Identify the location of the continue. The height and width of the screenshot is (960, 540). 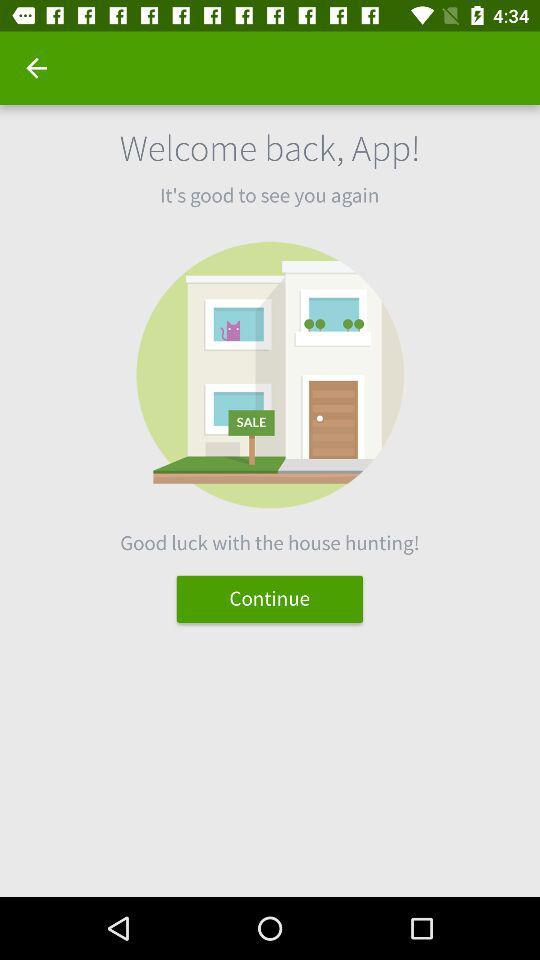
(269, 599).